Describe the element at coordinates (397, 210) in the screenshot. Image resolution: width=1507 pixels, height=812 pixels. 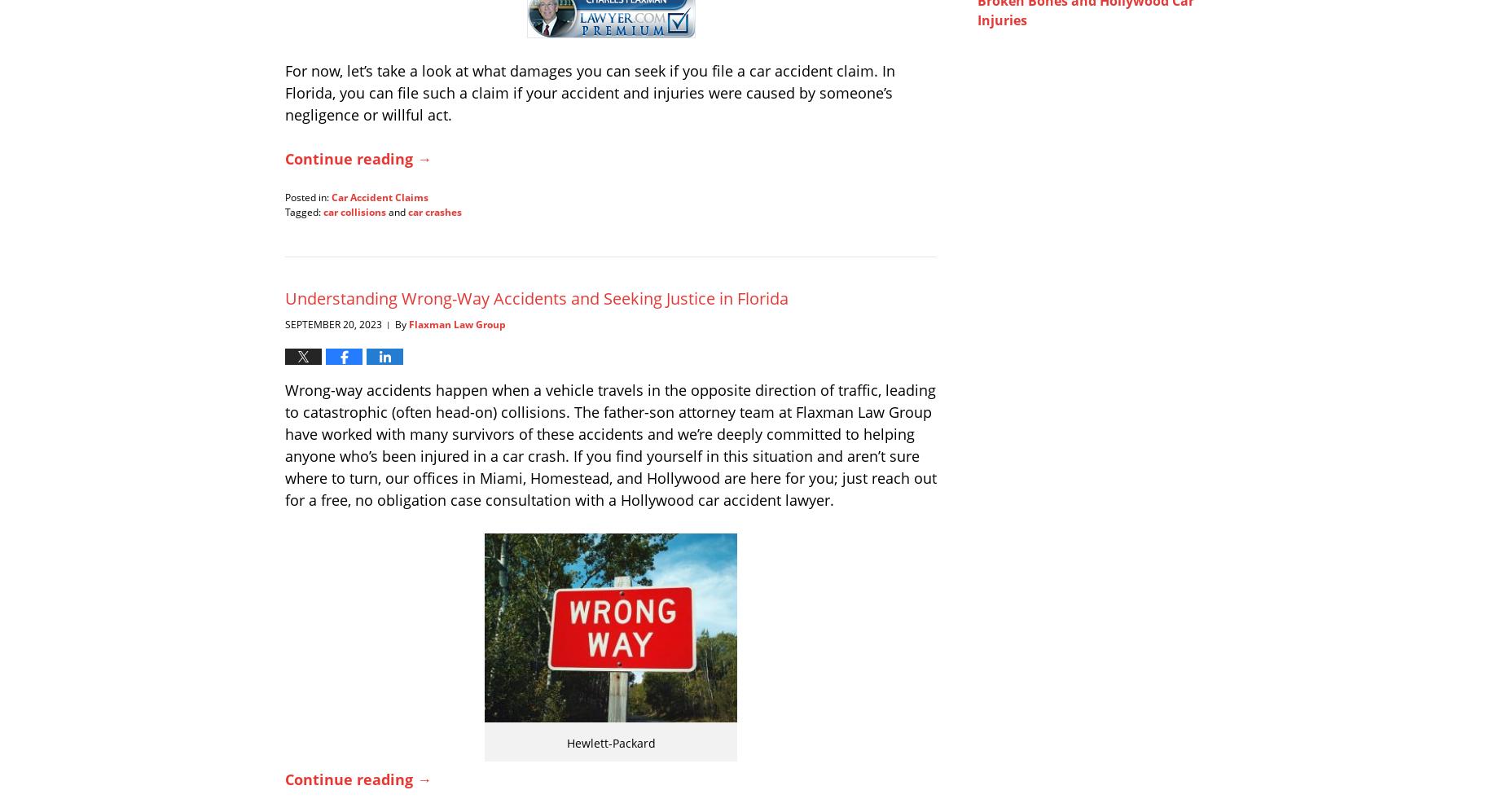
I see `'and'` at that location.